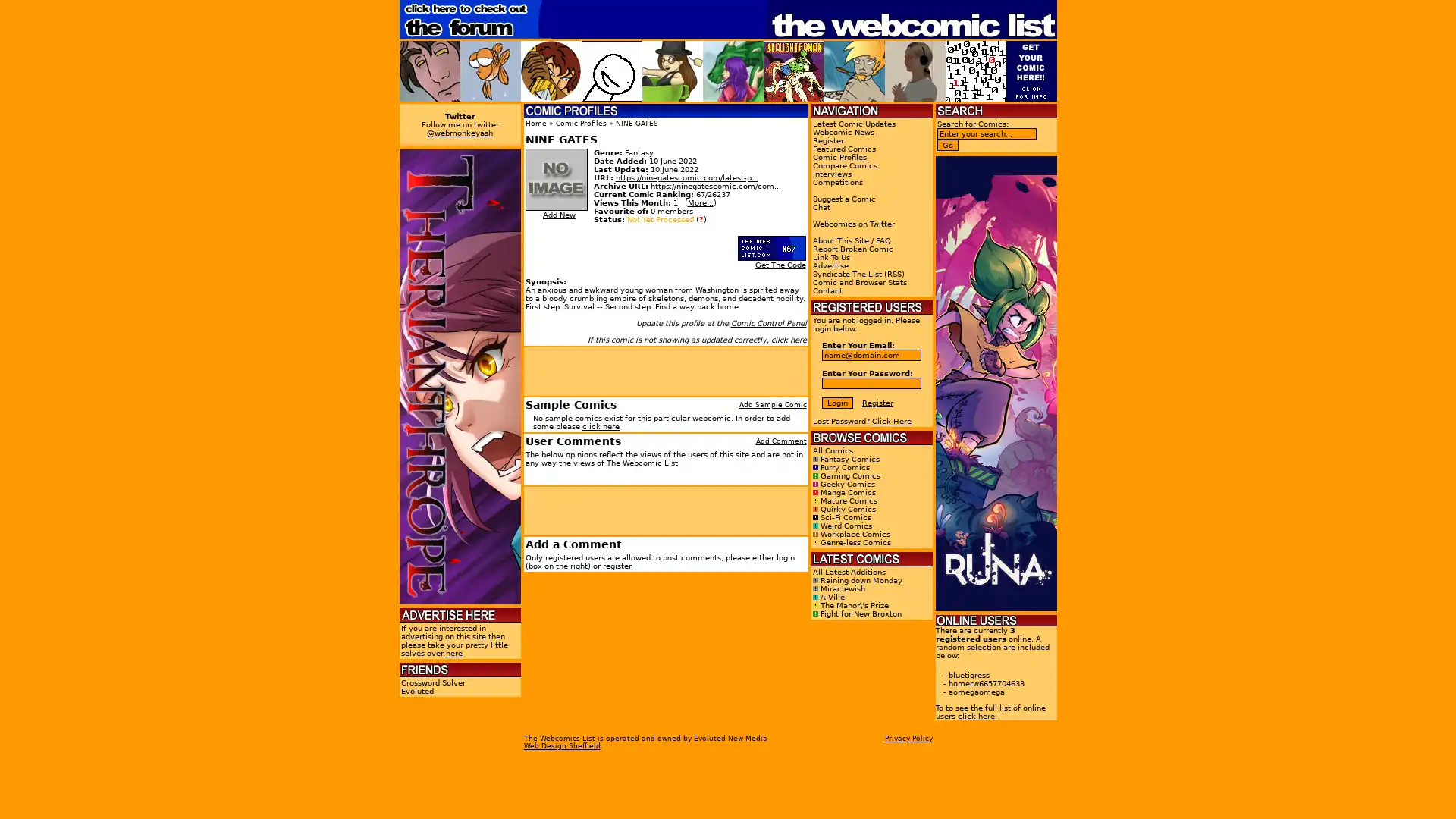  Describe the element at coordinates (946, 145) in the screenshot. I see `Go` at that location.